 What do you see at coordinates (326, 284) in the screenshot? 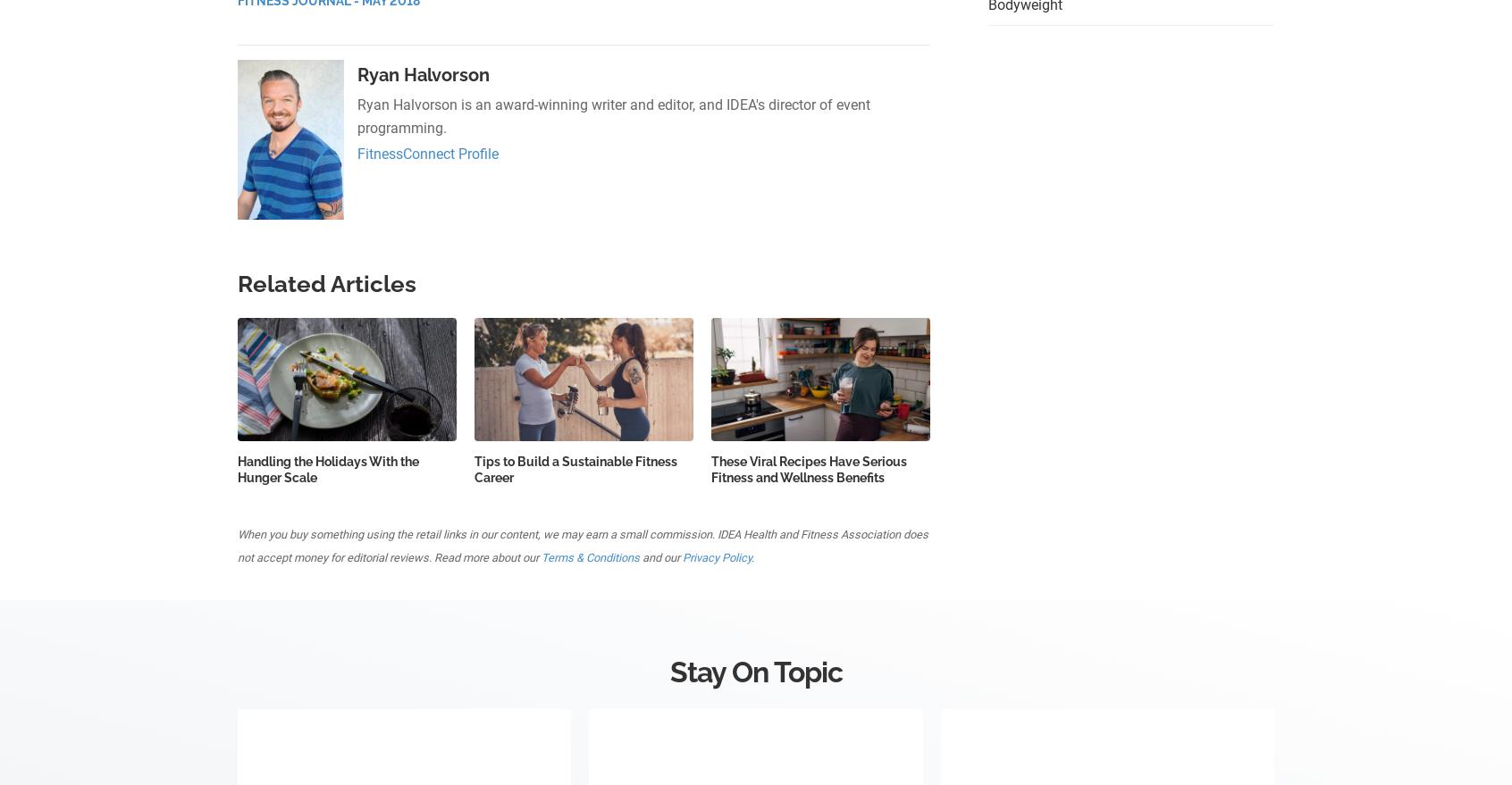
I see `'Related Articles'` at bounding box center [326, 284].